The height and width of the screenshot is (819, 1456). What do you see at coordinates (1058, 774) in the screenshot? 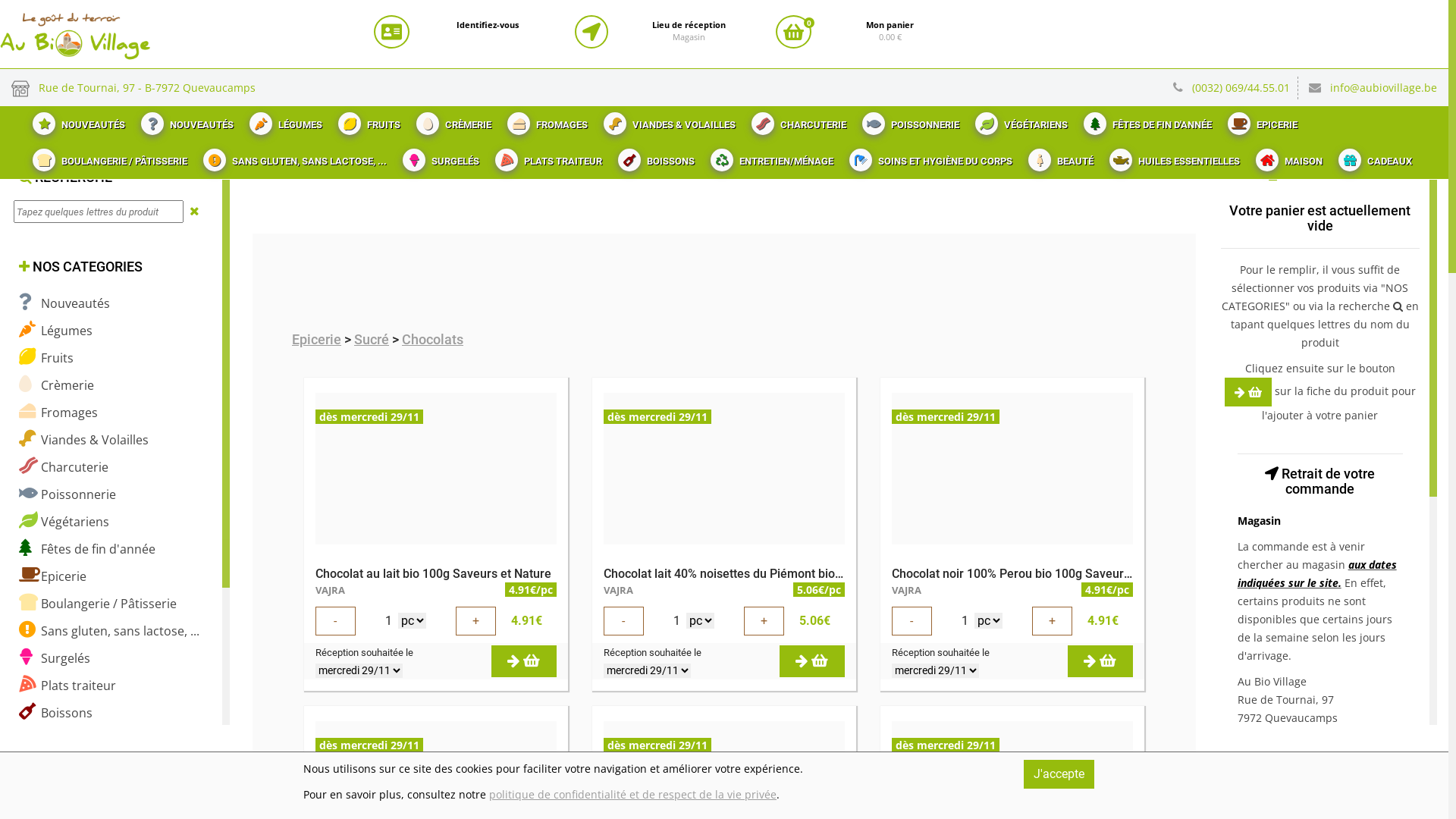
I see `'J'accepte'` at bounding box center [1058, 774].